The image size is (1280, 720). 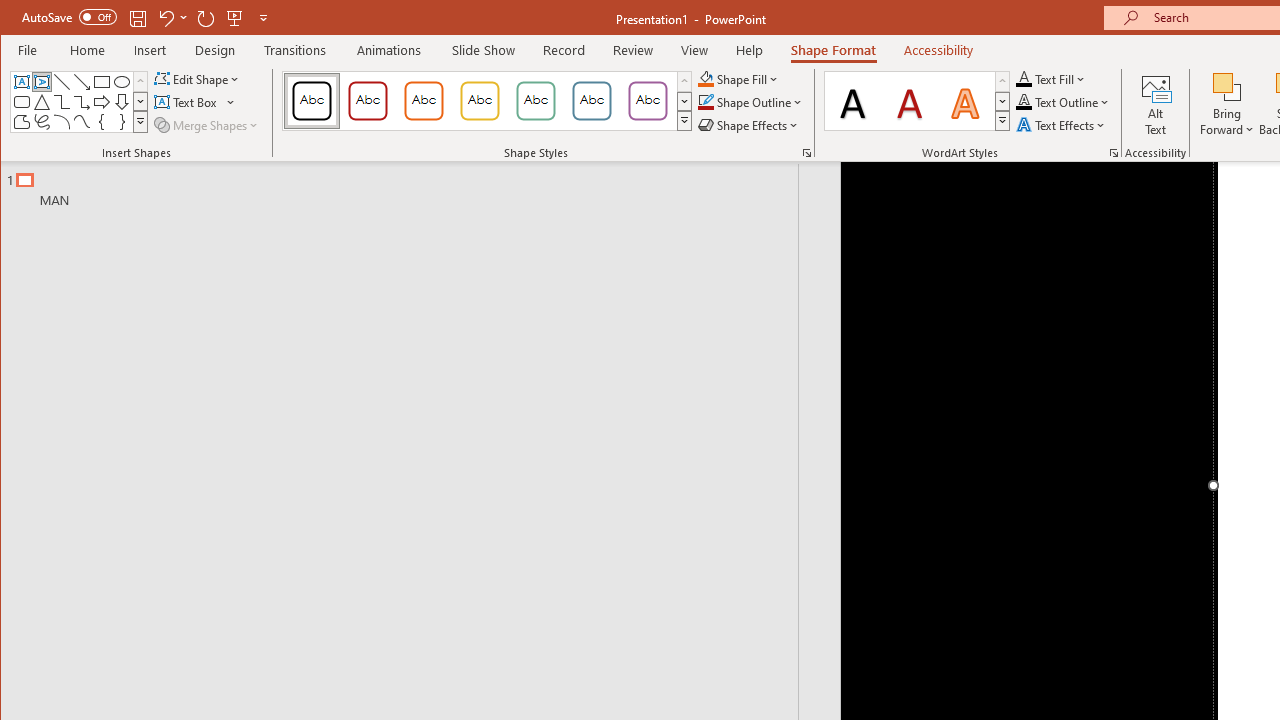 What do you see at coordinates (1061, 125) in the screenshot?
I see `'Text Effects'` at bounding box center [1061, 125].